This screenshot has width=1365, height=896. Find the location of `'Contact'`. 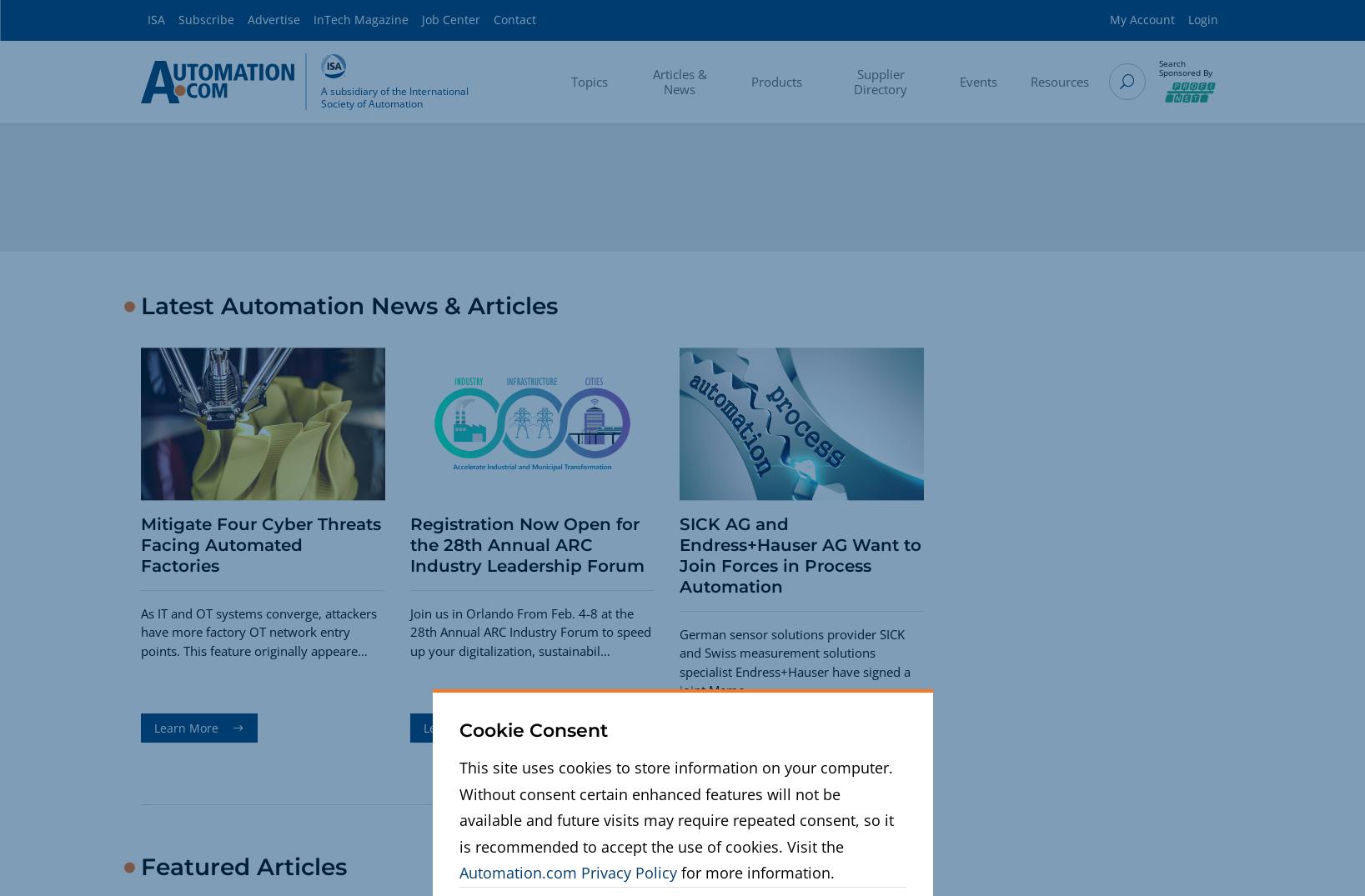

'Contact' is located at coordinates (514, 18).